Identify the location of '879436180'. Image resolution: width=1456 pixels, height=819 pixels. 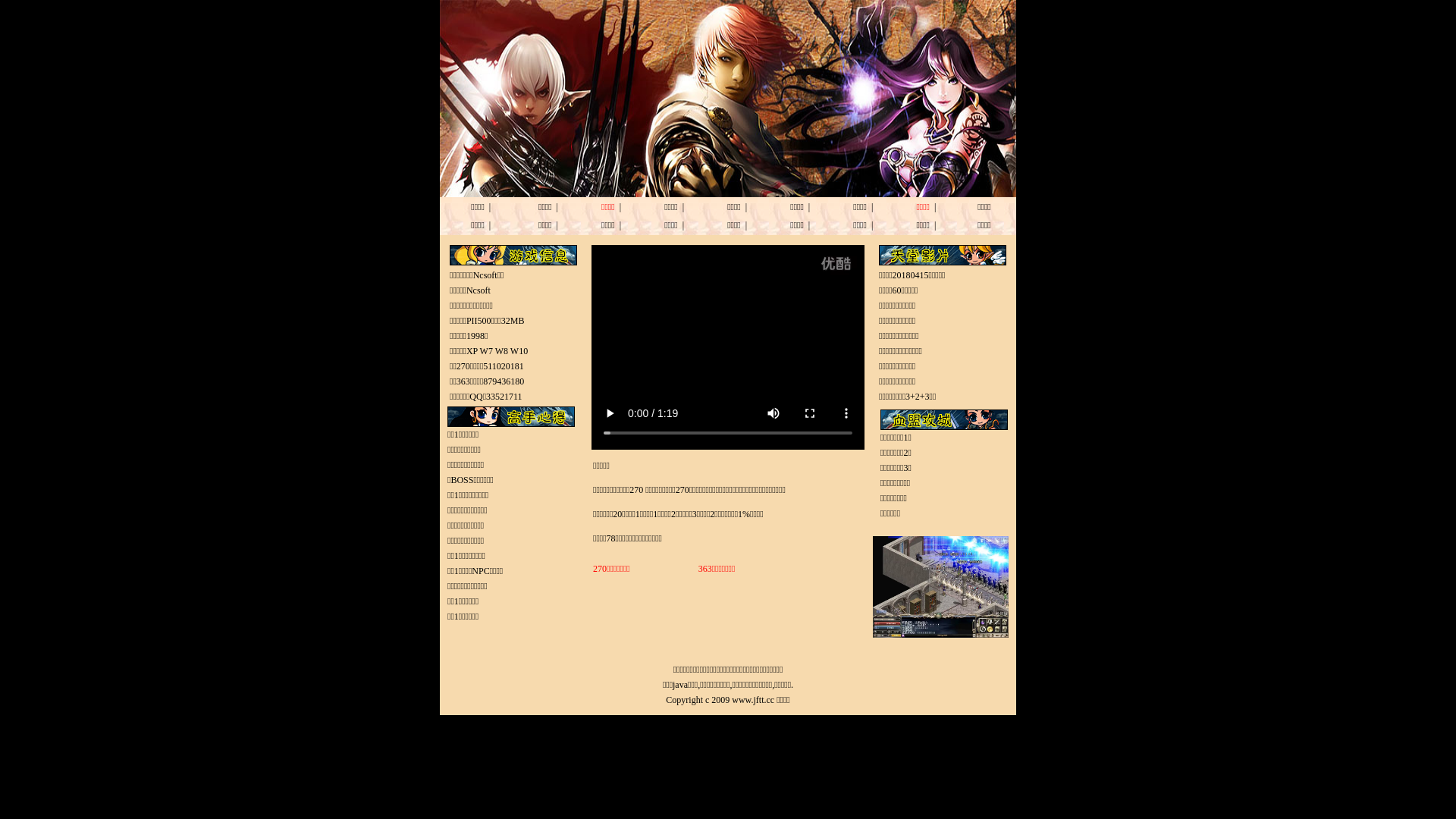
(503, 380).